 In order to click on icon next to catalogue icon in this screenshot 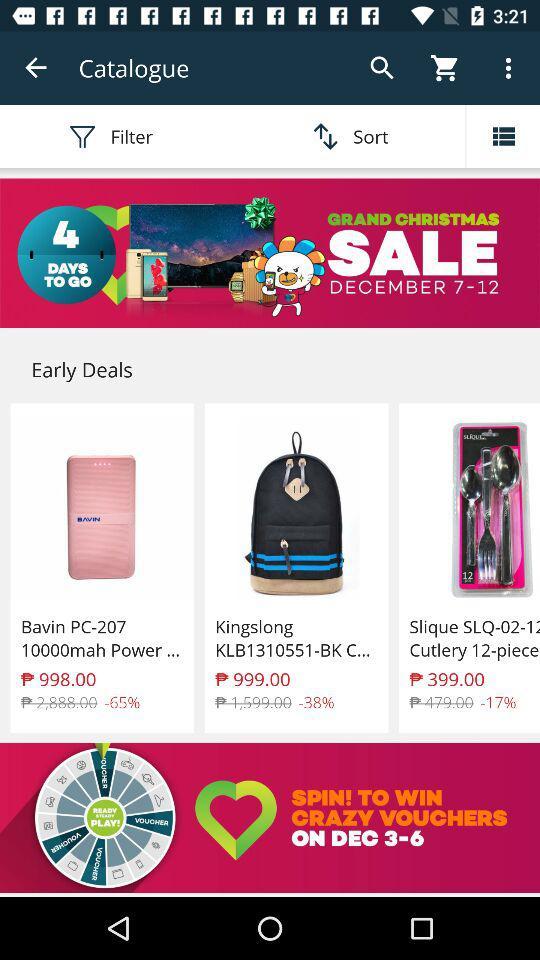, I will do `click(36, 68)`.